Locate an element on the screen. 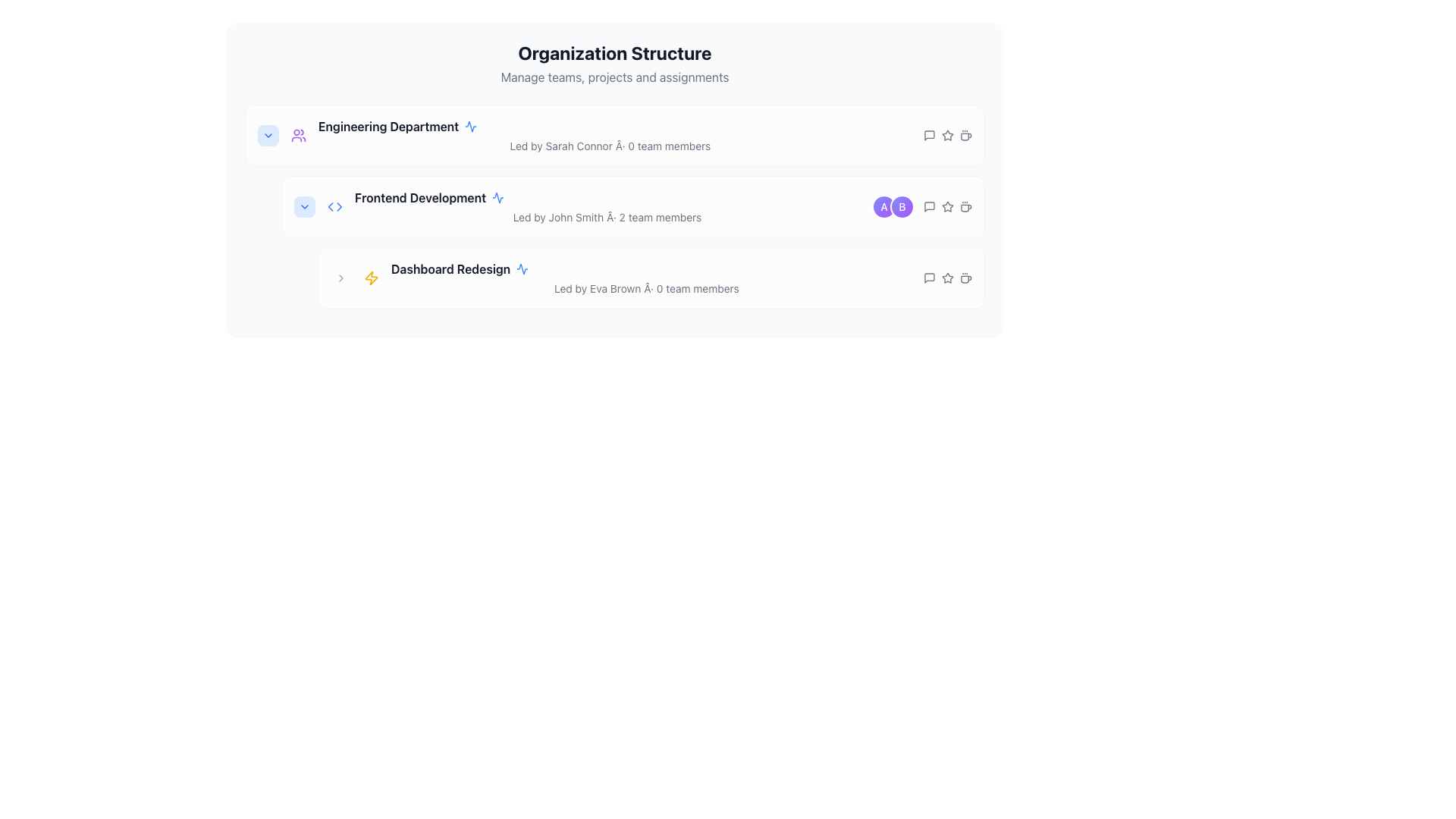 This screenshot has height=819, width=1456. the small star-shaped icon located in the middle-right portion of the interface is located at coordinates (946, 206).